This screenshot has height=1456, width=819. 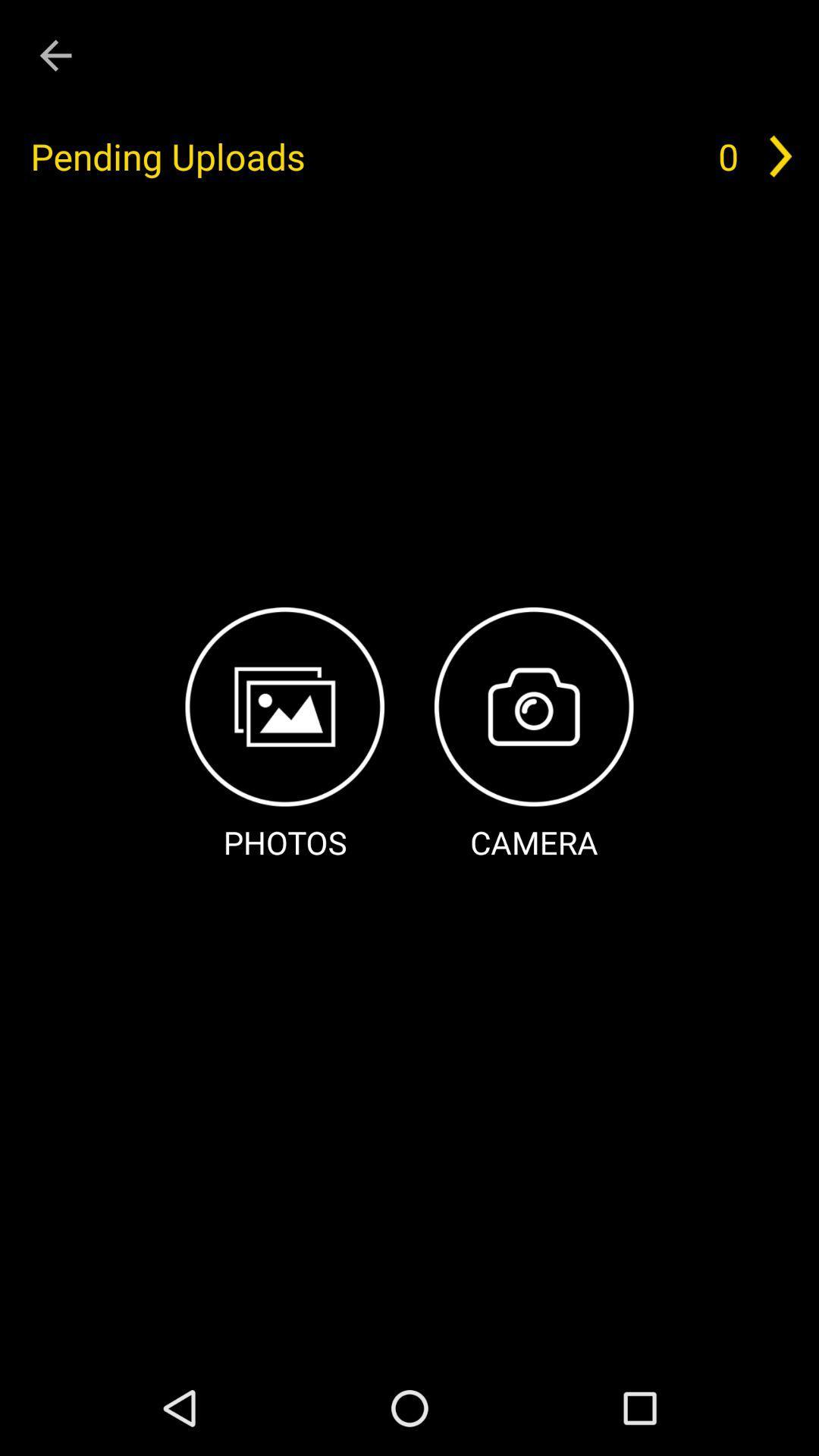 I want to click on icon next to camera, so click(x=284, y=736).